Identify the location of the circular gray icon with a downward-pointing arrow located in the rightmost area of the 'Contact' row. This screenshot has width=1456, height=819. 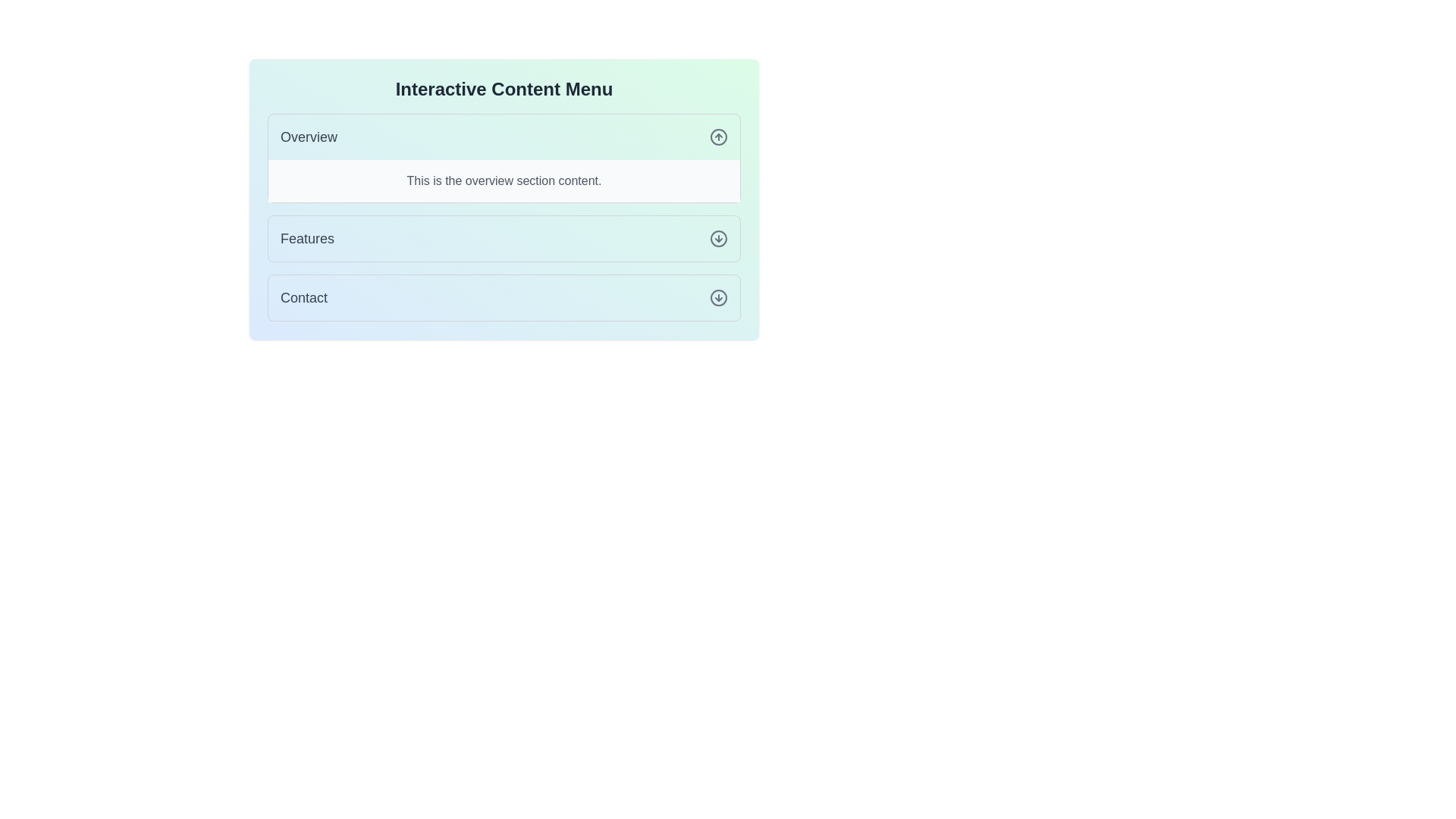
(718, 298).